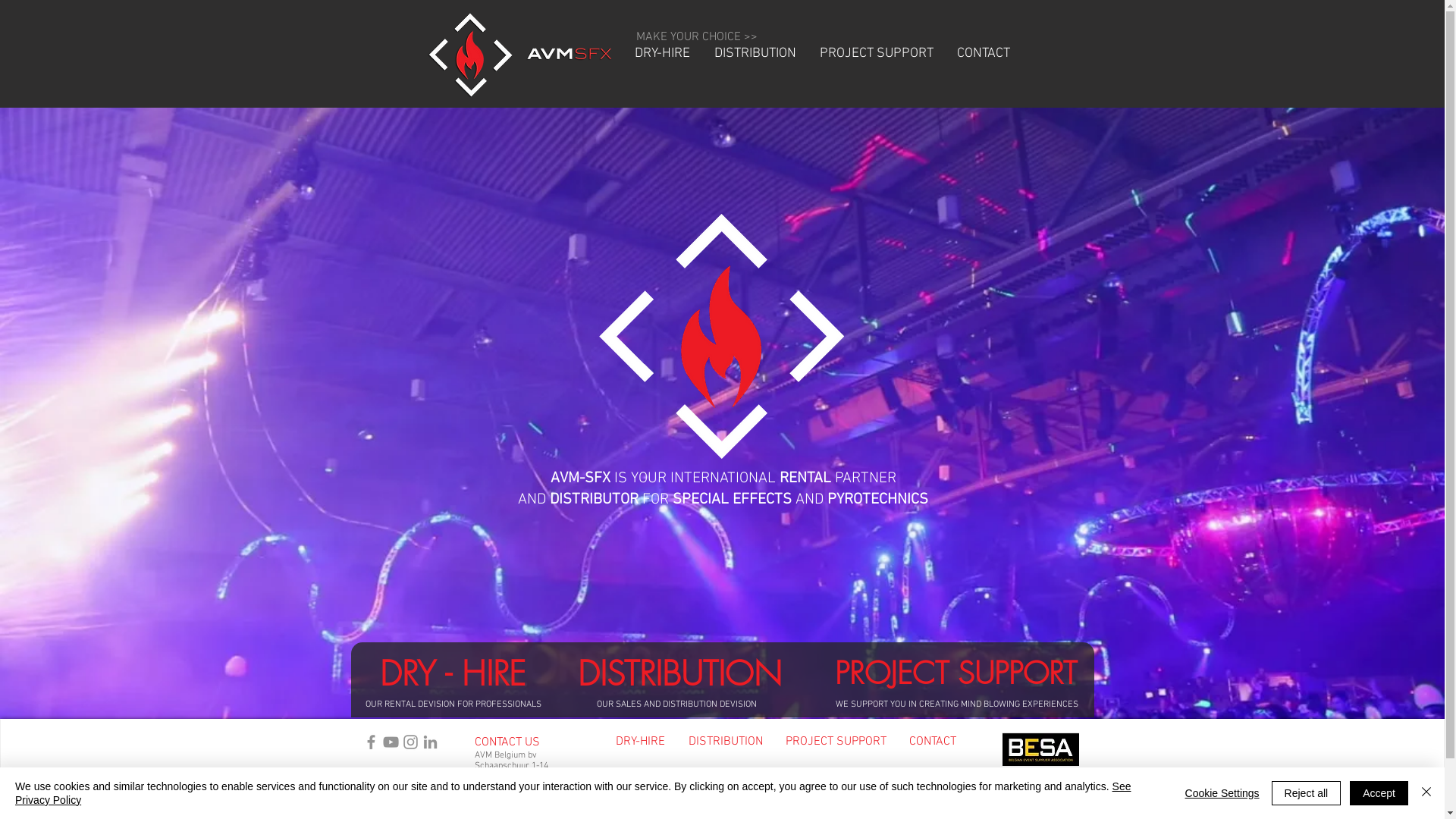 This screenshot has width=1456, height=819. What do you see at coordinates (622, 52) in the screenshot?
I see `'DRY-HIRE'` at bounding box center [622, 52].